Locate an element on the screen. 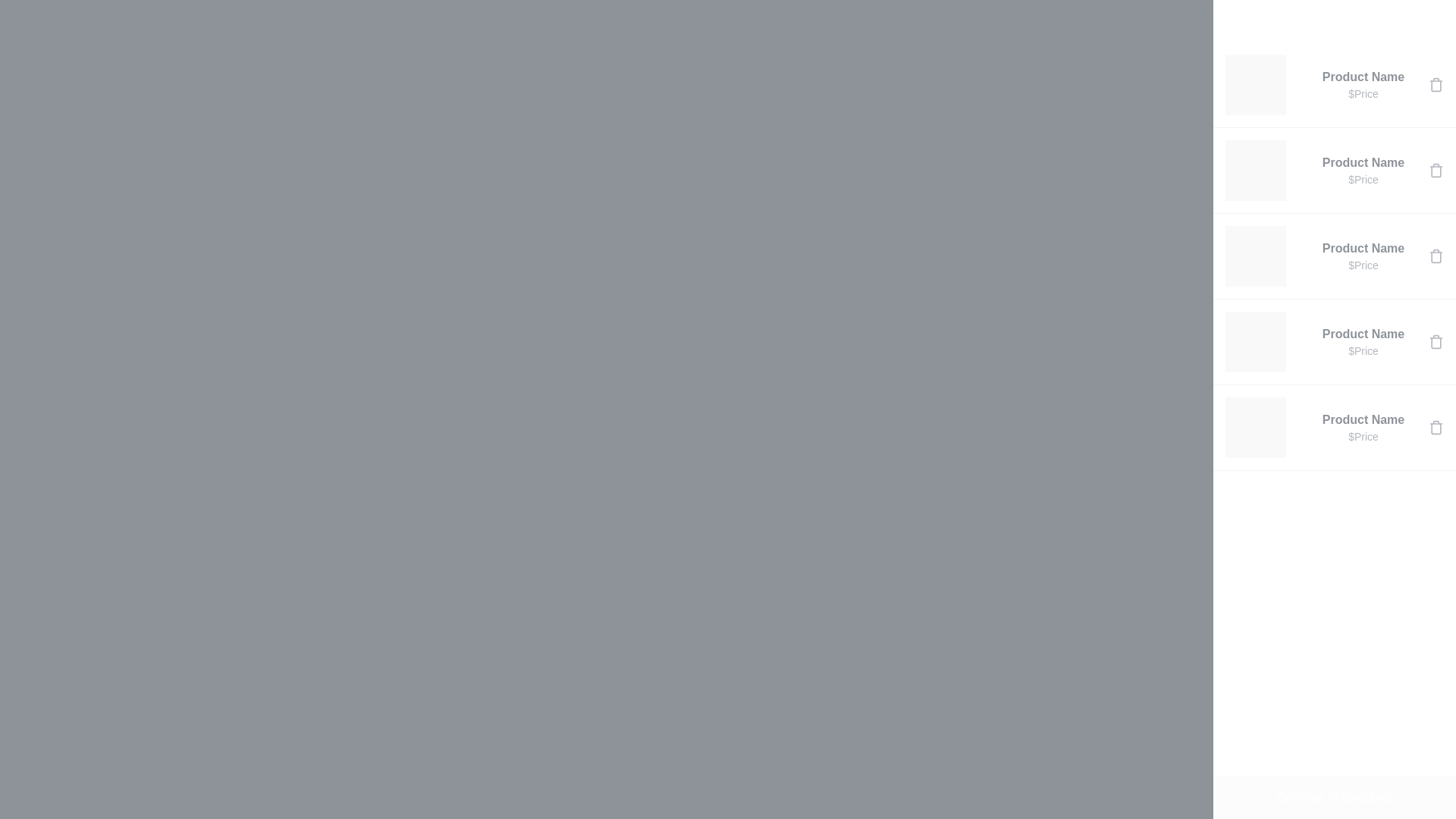 Image resolution: width=1456 pixels, height=819 pixels. the Trash Icon Button, which is a gray outlined icon in the shape of a trash can, located at the far right of the product item information list is located at coordinates (1436, 342).